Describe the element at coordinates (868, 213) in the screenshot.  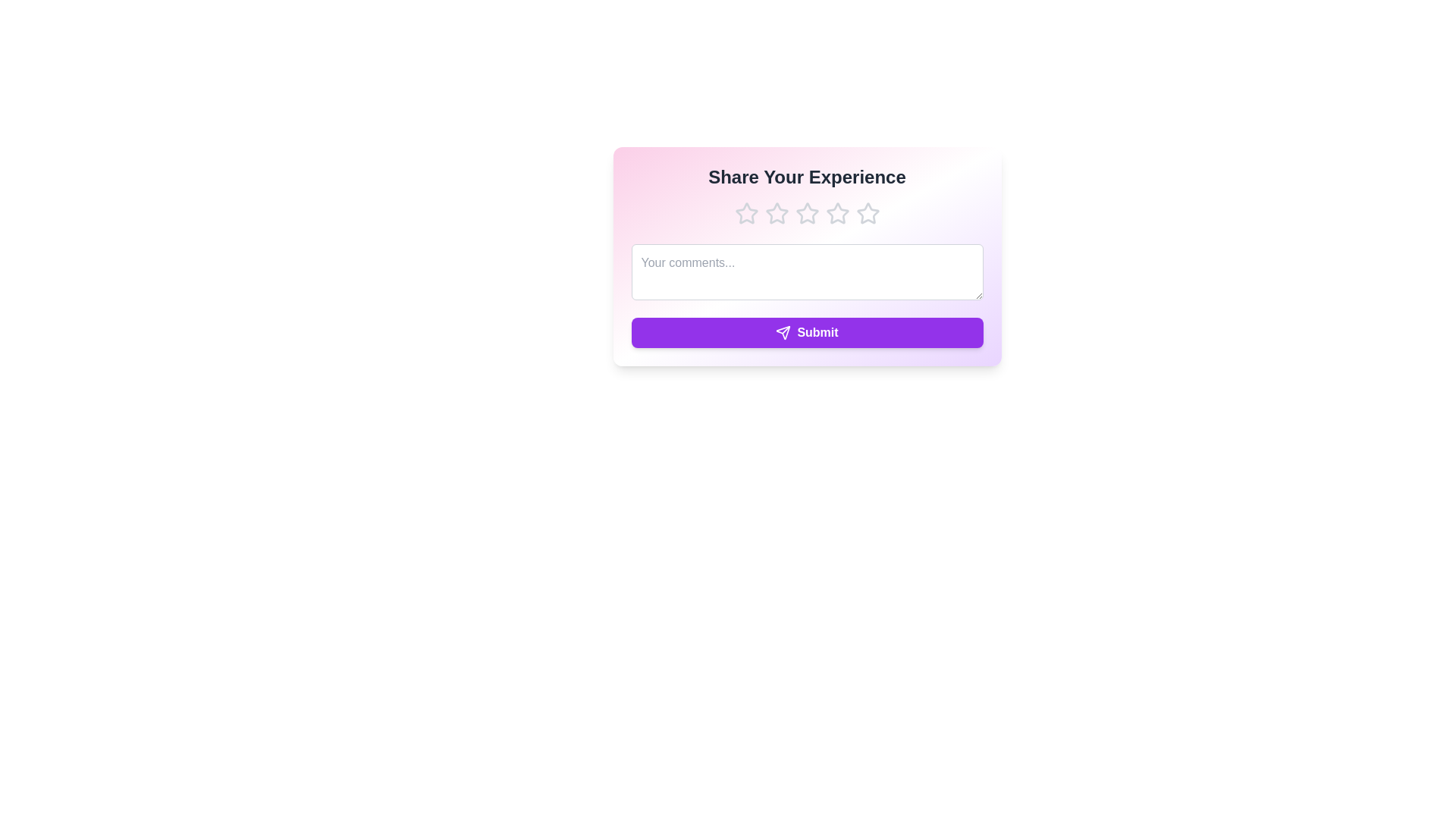
I see `the fifth outlined star icon in the rating interface` at that location.